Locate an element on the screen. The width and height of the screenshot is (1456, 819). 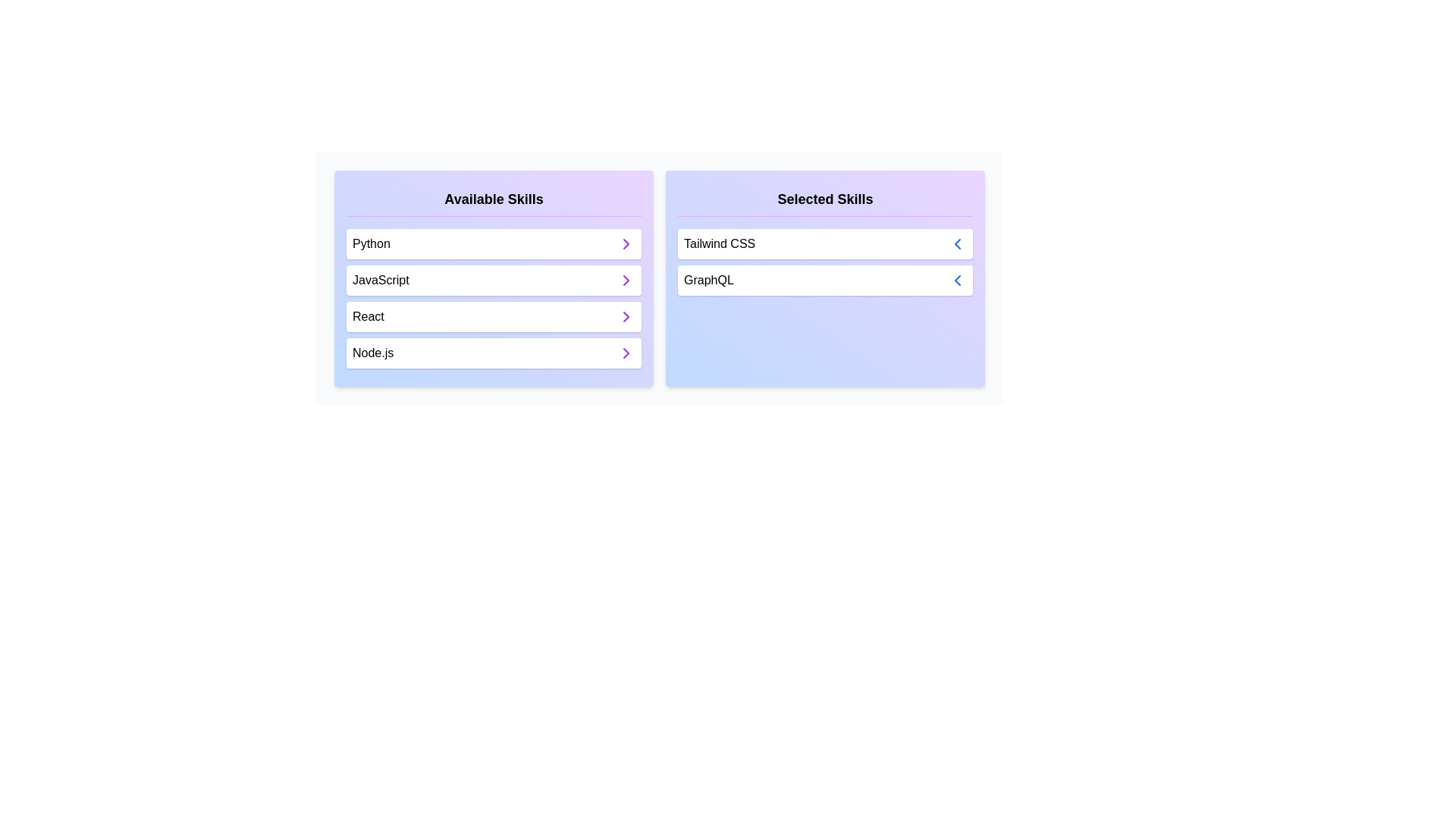
button next to the skill GraphQL in the 'Selected Skills' list to move it to the 'Available Skills' list is located at coordinates (956, 281).